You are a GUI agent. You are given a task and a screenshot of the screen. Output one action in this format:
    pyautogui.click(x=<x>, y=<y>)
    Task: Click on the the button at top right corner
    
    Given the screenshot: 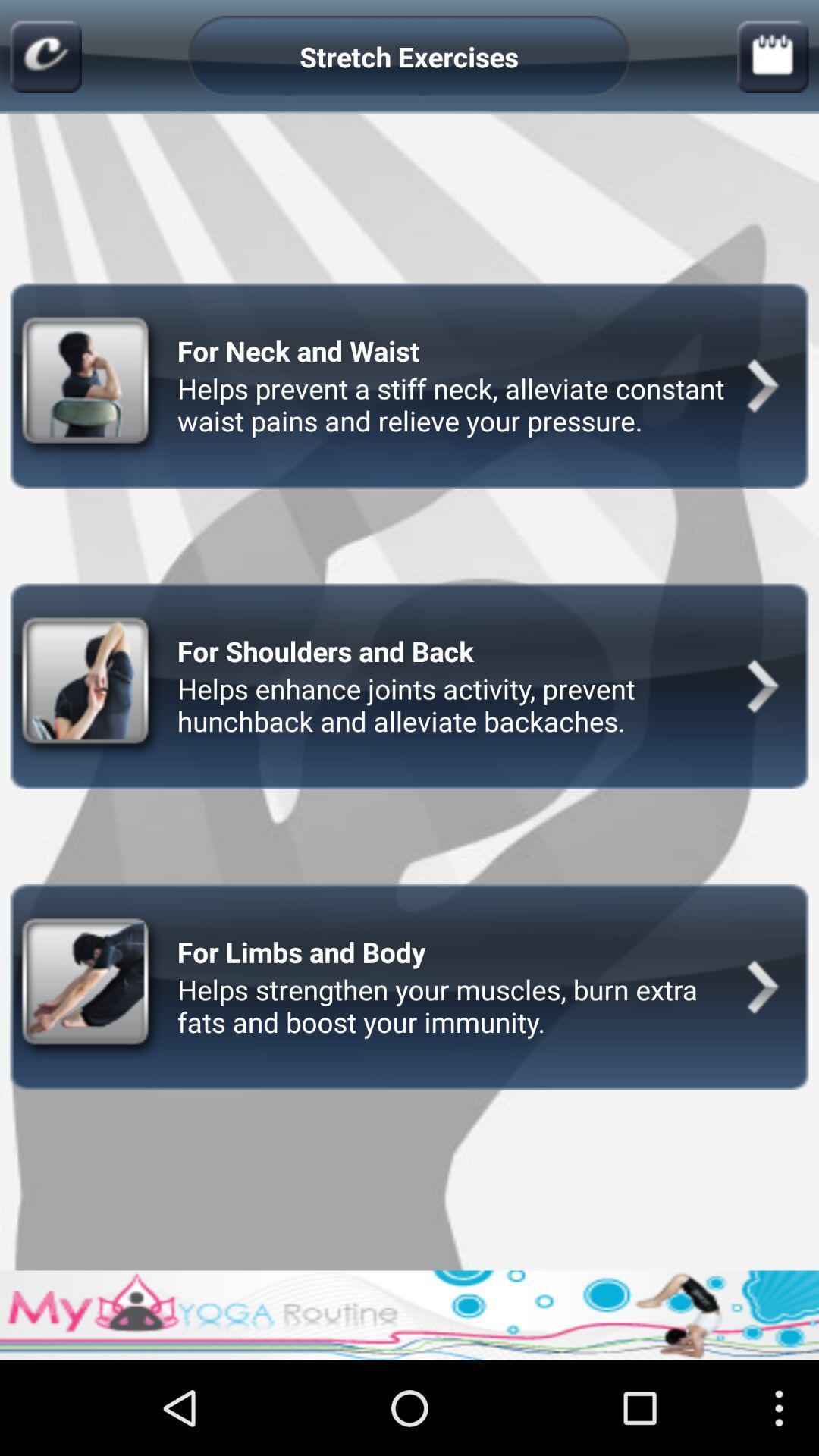 What is the action you would take?
    pyautogui.click(x=773, y=57)
    